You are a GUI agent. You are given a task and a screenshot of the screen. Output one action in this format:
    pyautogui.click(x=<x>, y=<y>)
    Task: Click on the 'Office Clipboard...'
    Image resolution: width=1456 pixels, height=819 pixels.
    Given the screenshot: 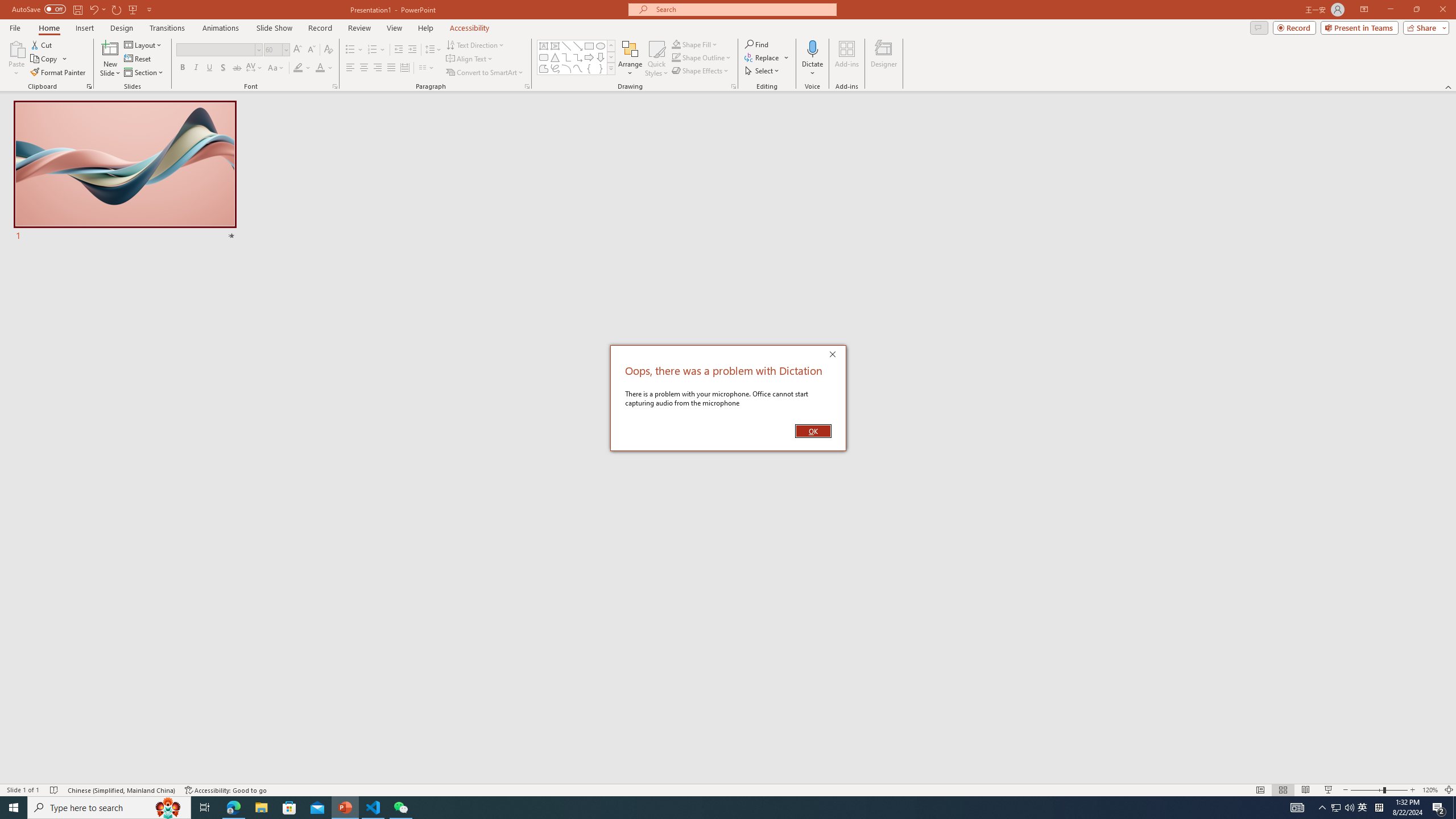 What is the action you would take?
    pyautogui.click(x=88, y=85)
    